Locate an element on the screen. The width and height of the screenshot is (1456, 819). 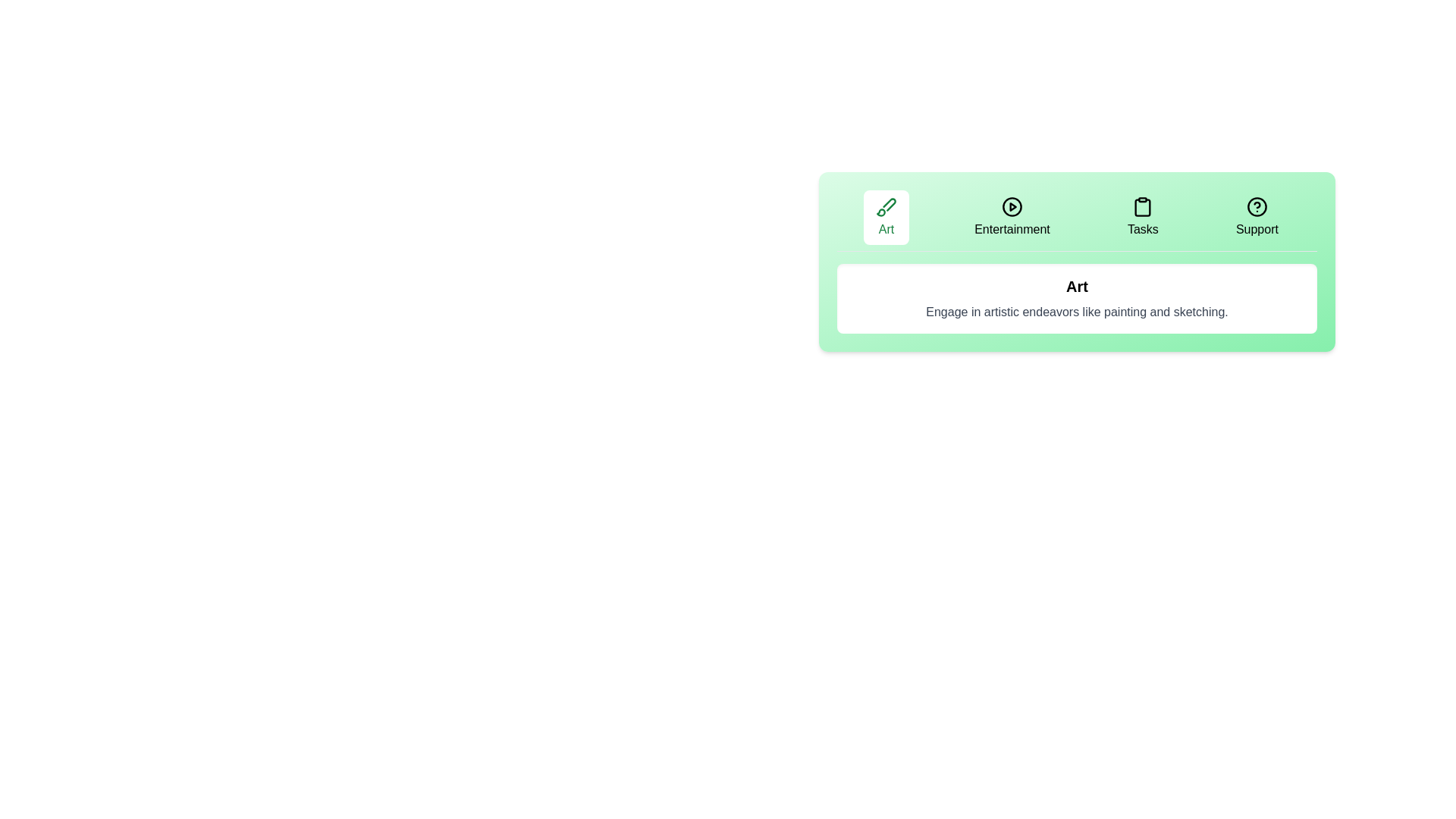
the button labeled 'Art', which has a white background, green text, and a green brush icon above the text is located at coordinates (886, 217).